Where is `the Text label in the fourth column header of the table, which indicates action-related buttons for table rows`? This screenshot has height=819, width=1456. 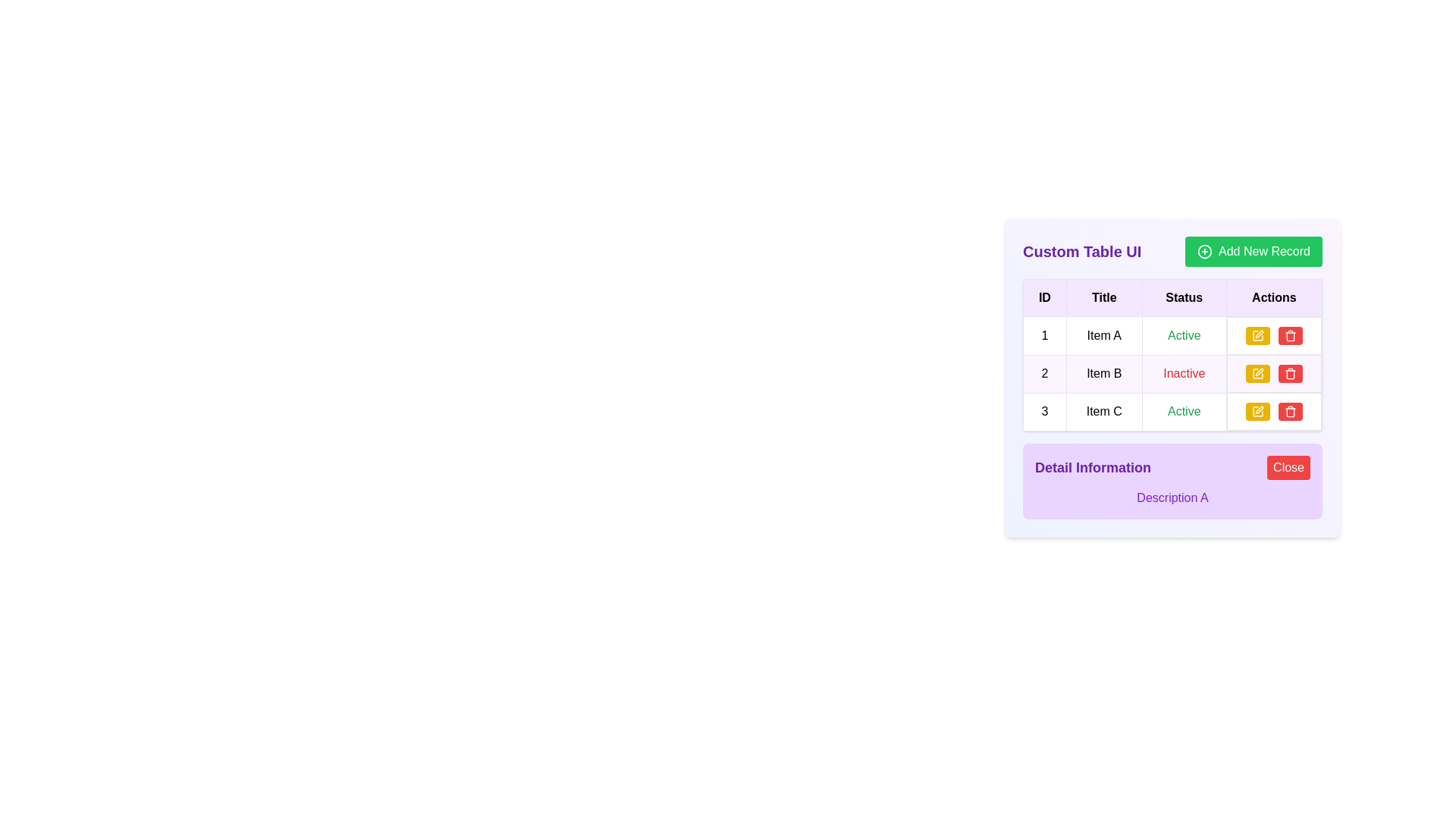
the Text label in the fourth column header of the table, which indicates action-related buttons for table rows is located at coordinates (1274, 298).